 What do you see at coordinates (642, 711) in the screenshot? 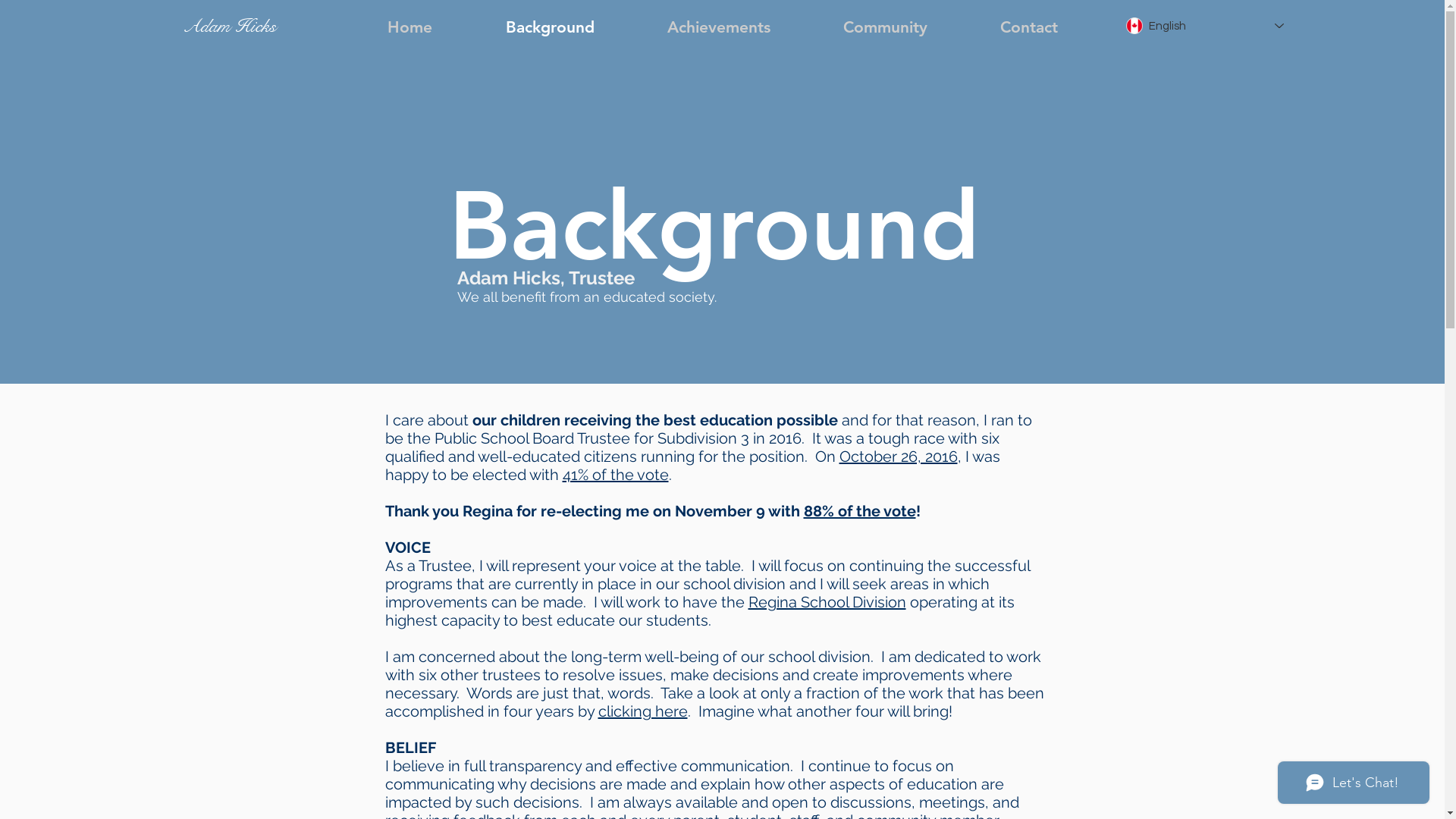
I see `'clicking here'` at bounding box center [642, 711].